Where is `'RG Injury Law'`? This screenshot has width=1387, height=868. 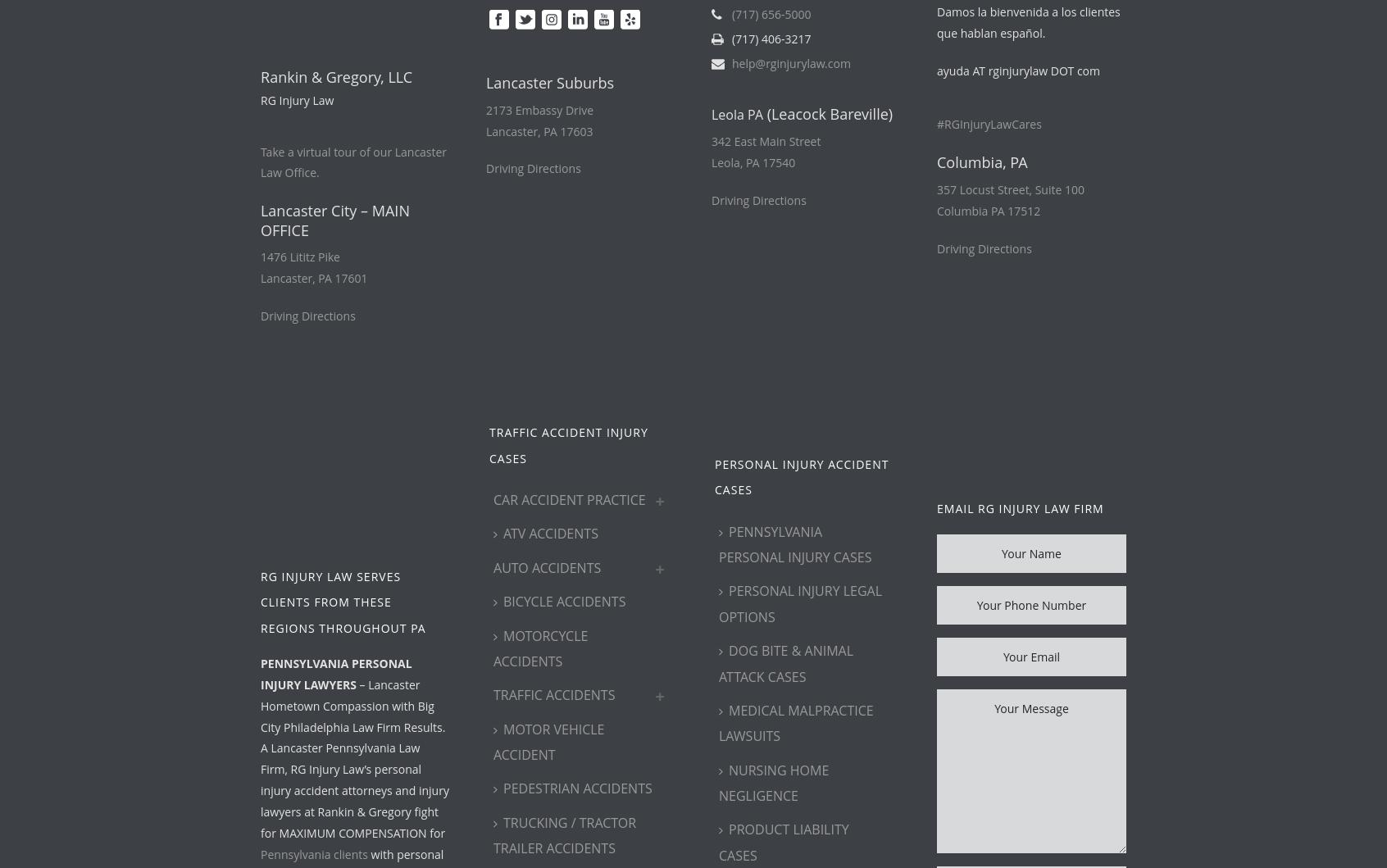
'RG Injury Law' is located at coordinates (297, 99).